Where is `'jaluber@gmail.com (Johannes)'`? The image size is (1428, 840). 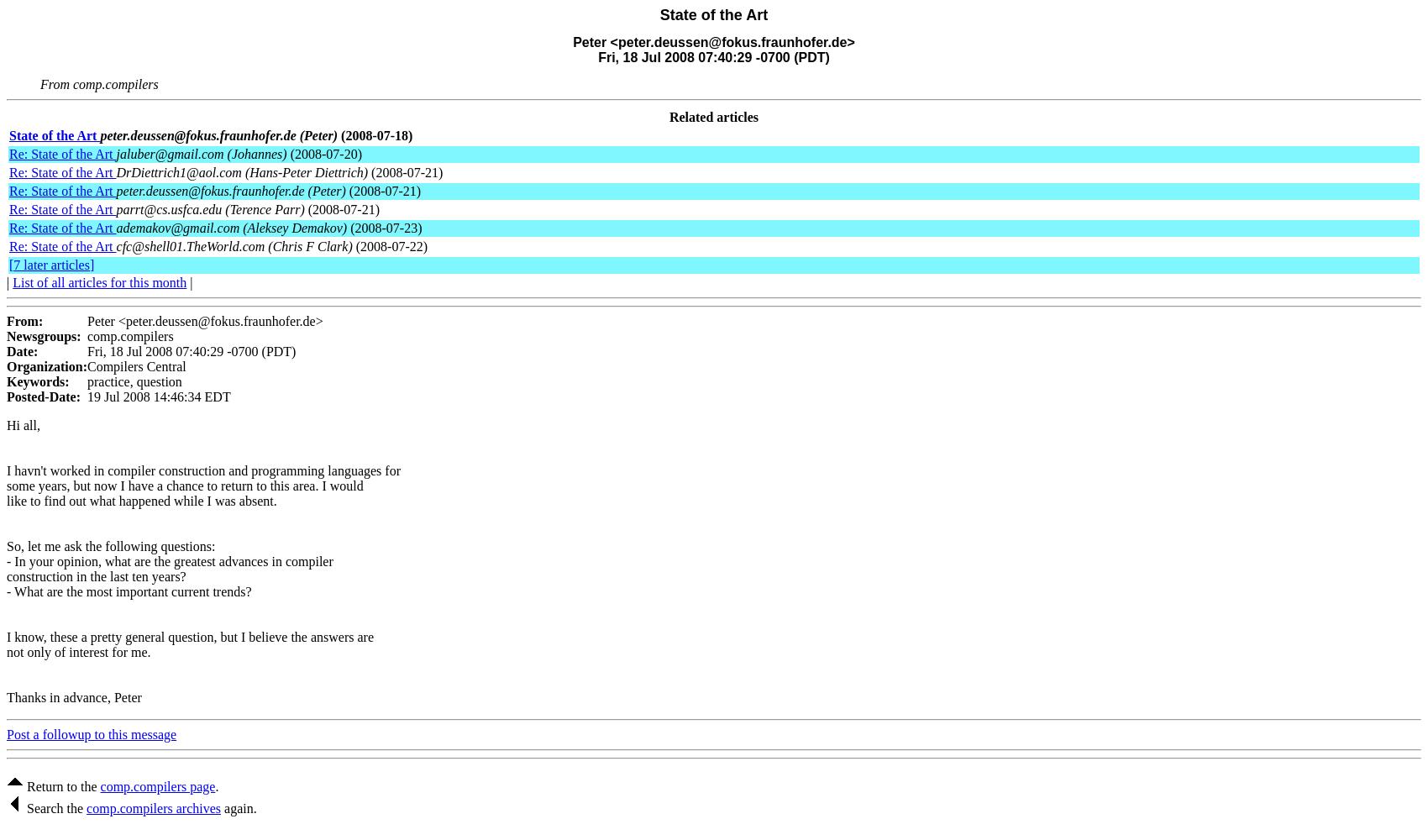
'jaluber@gmail.com (Johannes)' is located at coordinates (201, 153).